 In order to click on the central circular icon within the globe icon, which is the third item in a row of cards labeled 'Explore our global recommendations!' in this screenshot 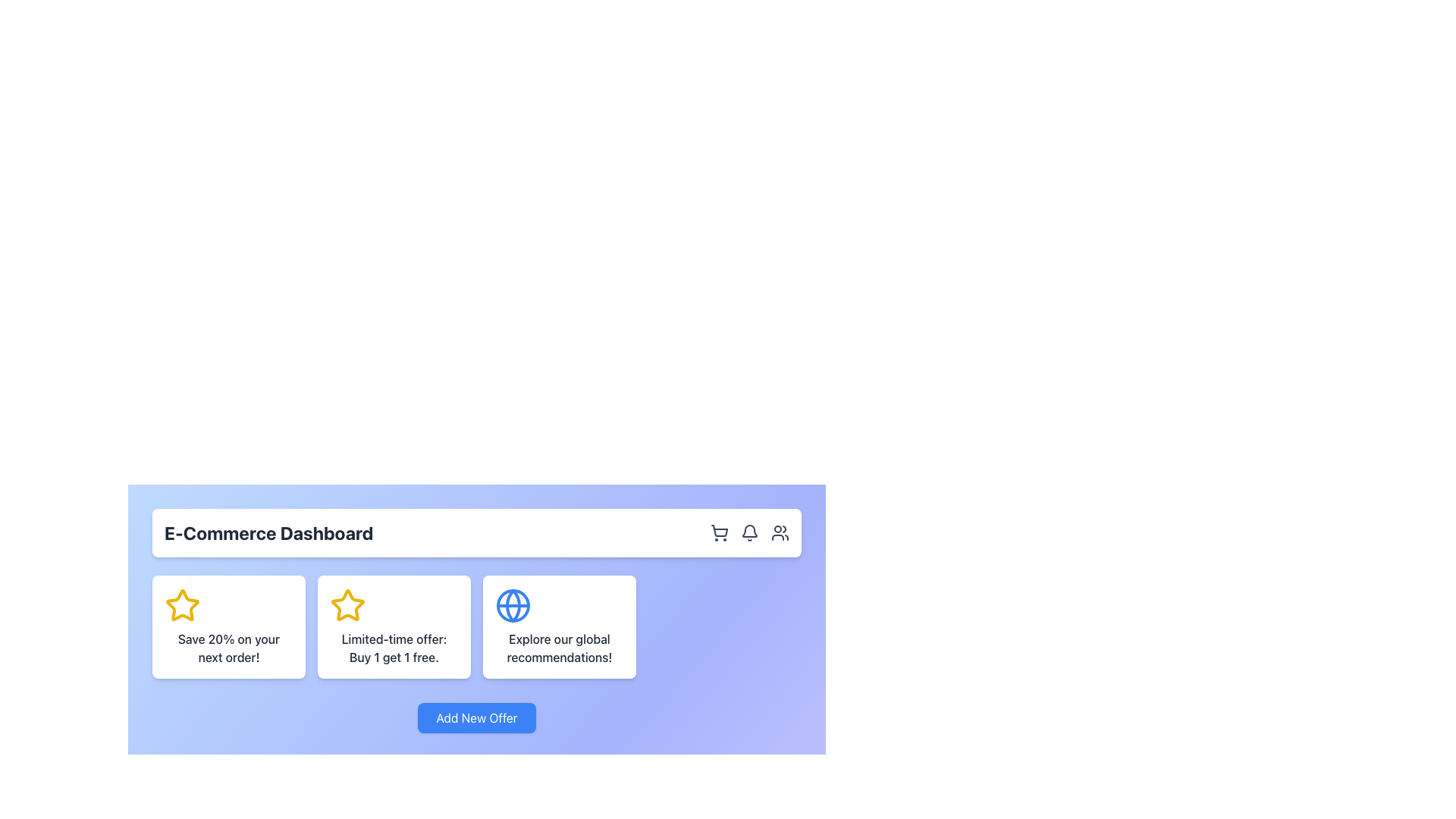, I will do `click(513, 604)`.